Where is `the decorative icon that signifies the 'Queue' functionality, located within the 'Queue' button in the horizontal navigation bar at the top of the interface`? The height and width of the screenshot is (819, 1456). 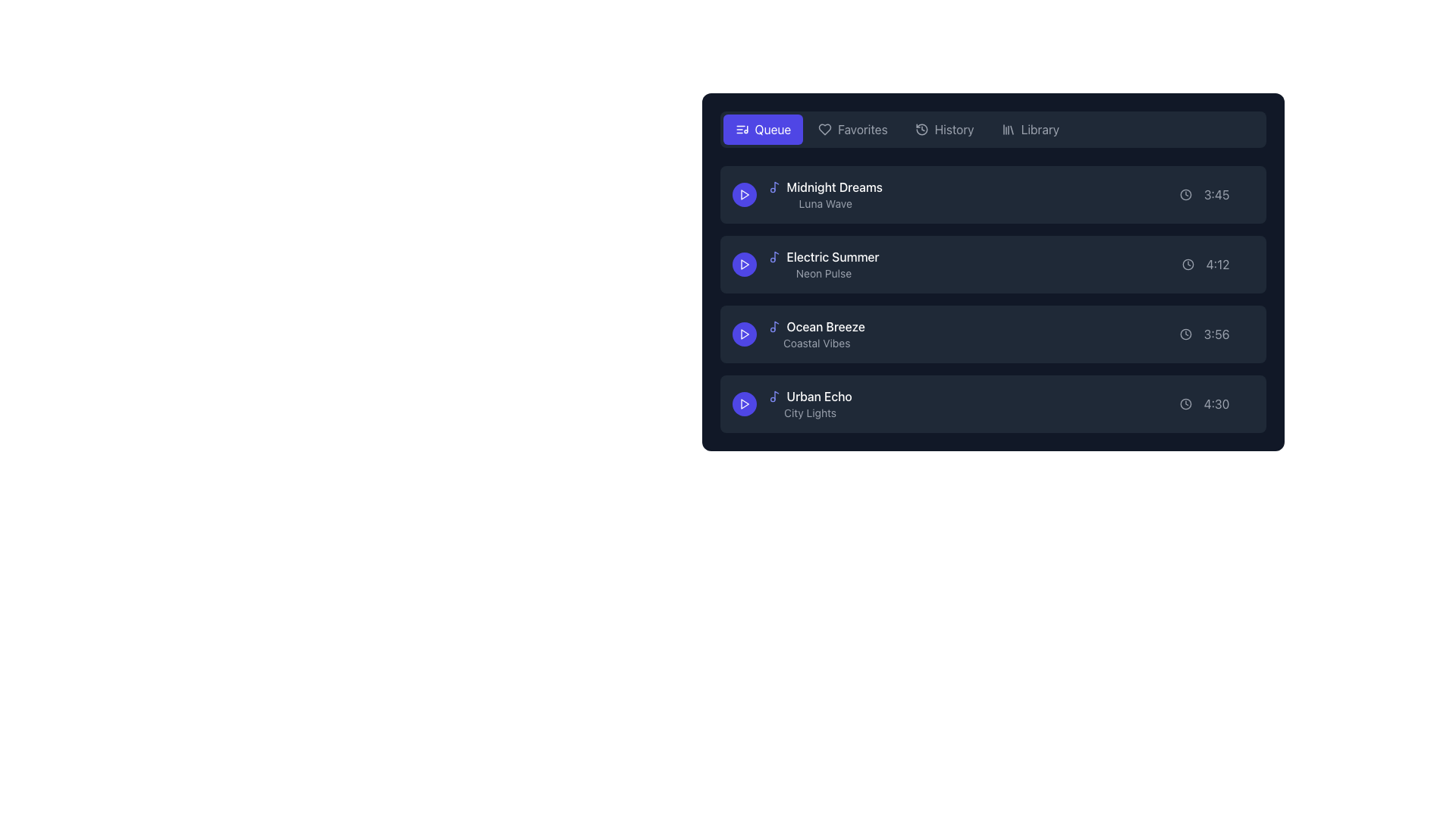
the decorative icon that signifies the 'Queue' functionality, located within the 'Queue' button in the horizontal navigation bar at the top of the interface is located at coordinates (742, 128).